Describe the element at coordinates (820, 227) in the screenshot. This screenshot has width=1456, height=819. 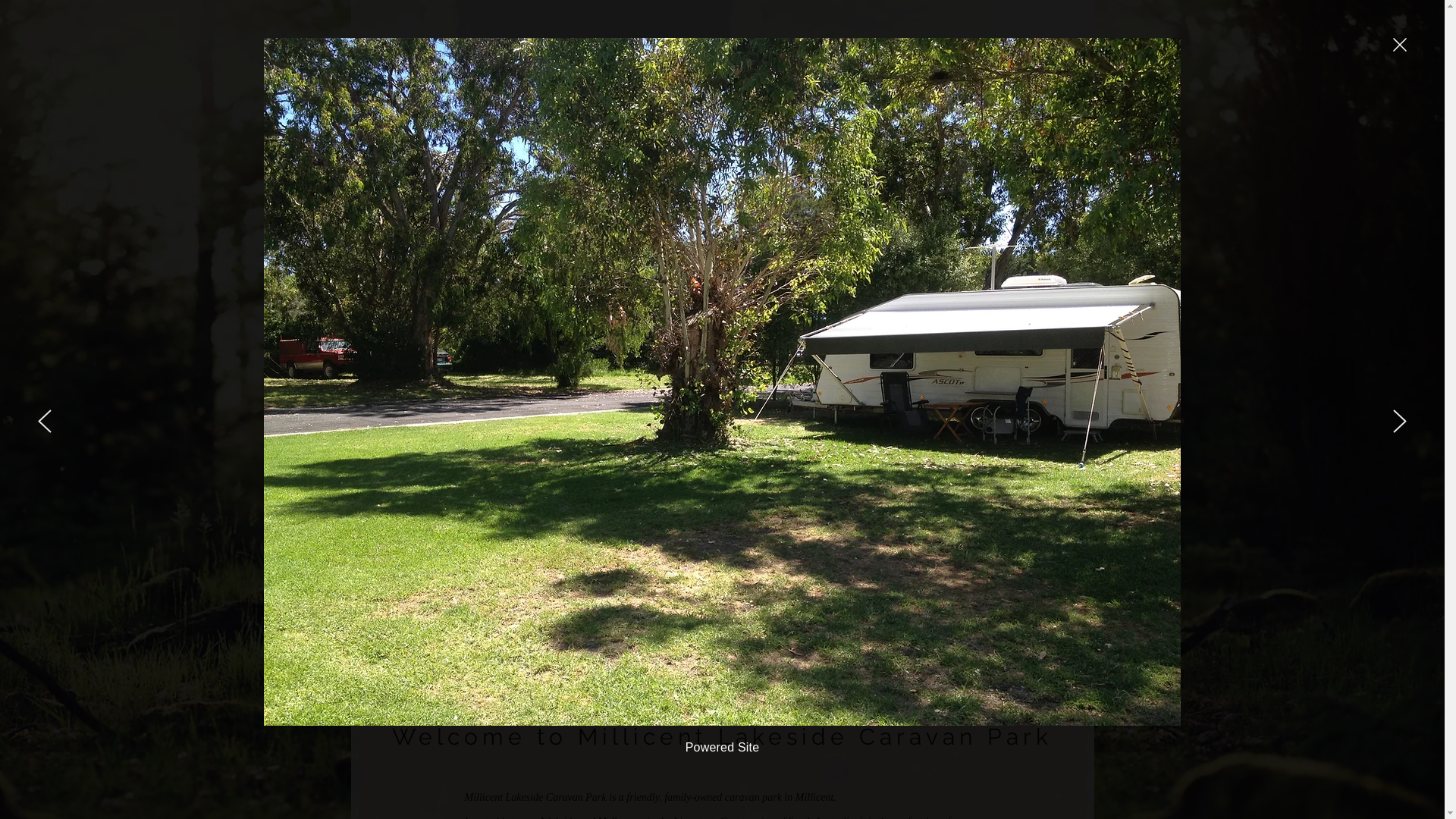
I see `'ACCOMMODATION'` at that location.